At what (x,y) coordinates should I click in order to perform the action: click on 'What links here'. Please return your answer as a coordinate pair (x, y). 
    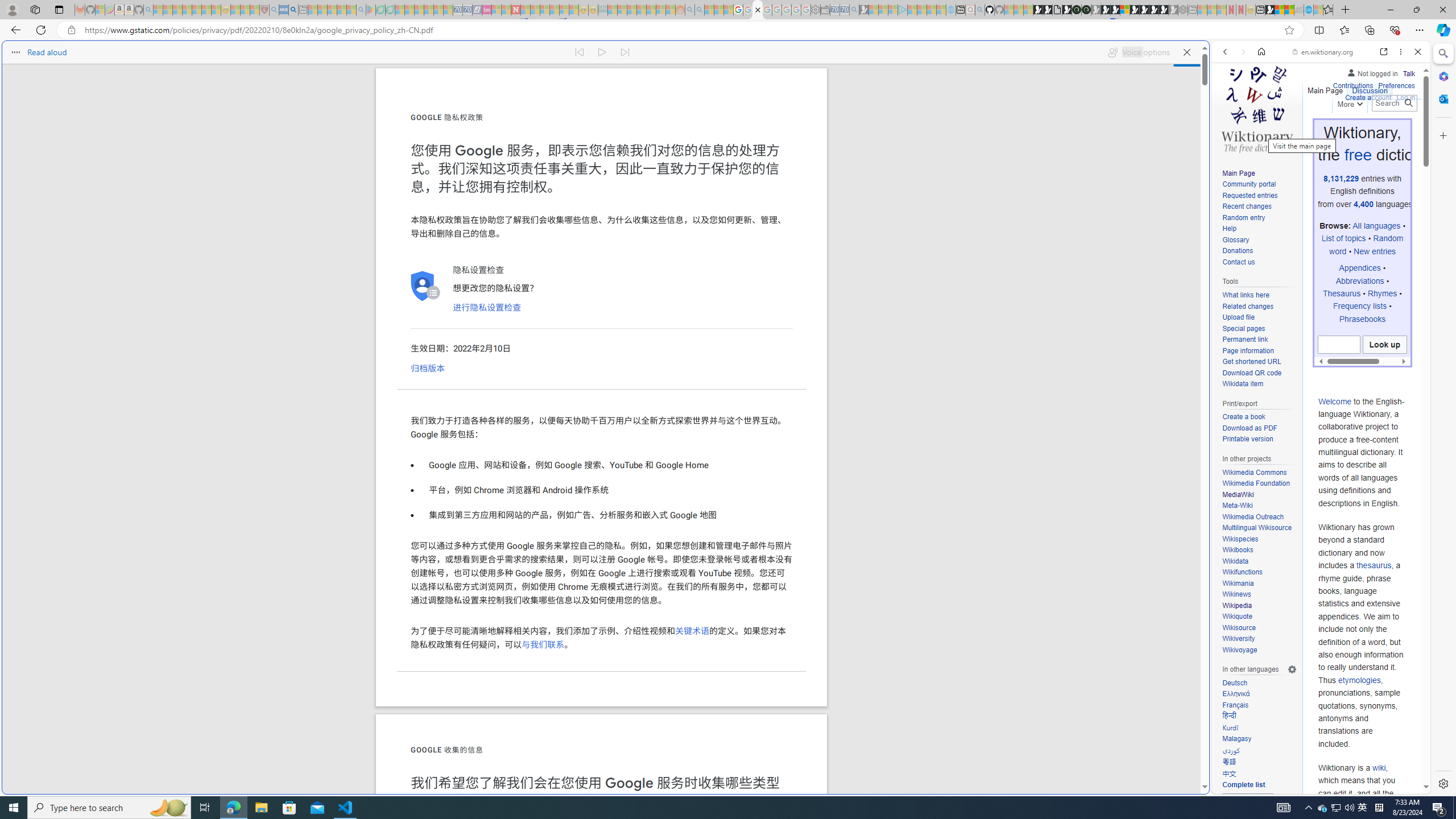
    Looking at the image, I should click on (1259, 295).